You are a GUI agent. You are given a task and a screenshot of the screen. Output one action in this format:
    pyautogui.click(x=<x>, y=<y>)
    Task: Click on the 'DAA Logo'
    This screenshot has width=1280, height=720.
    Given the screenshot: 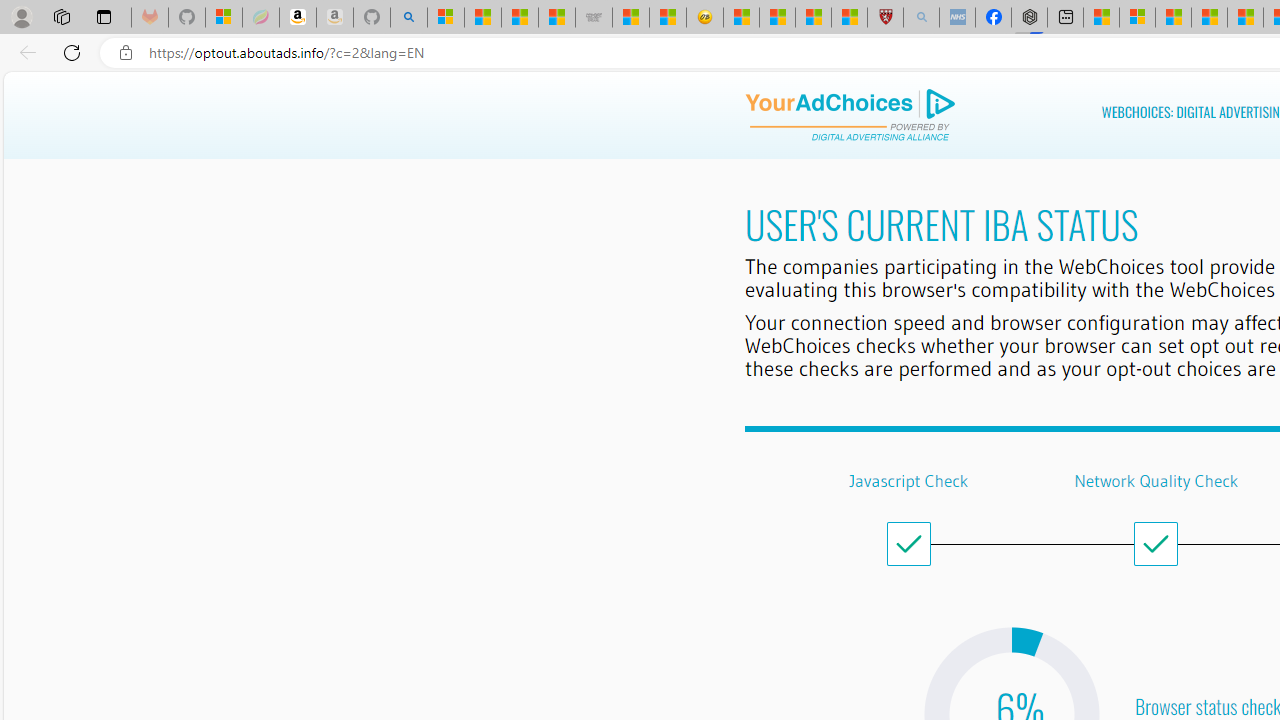 What is the action you would take?
    pyautogui.click(x=850, y=115)
    